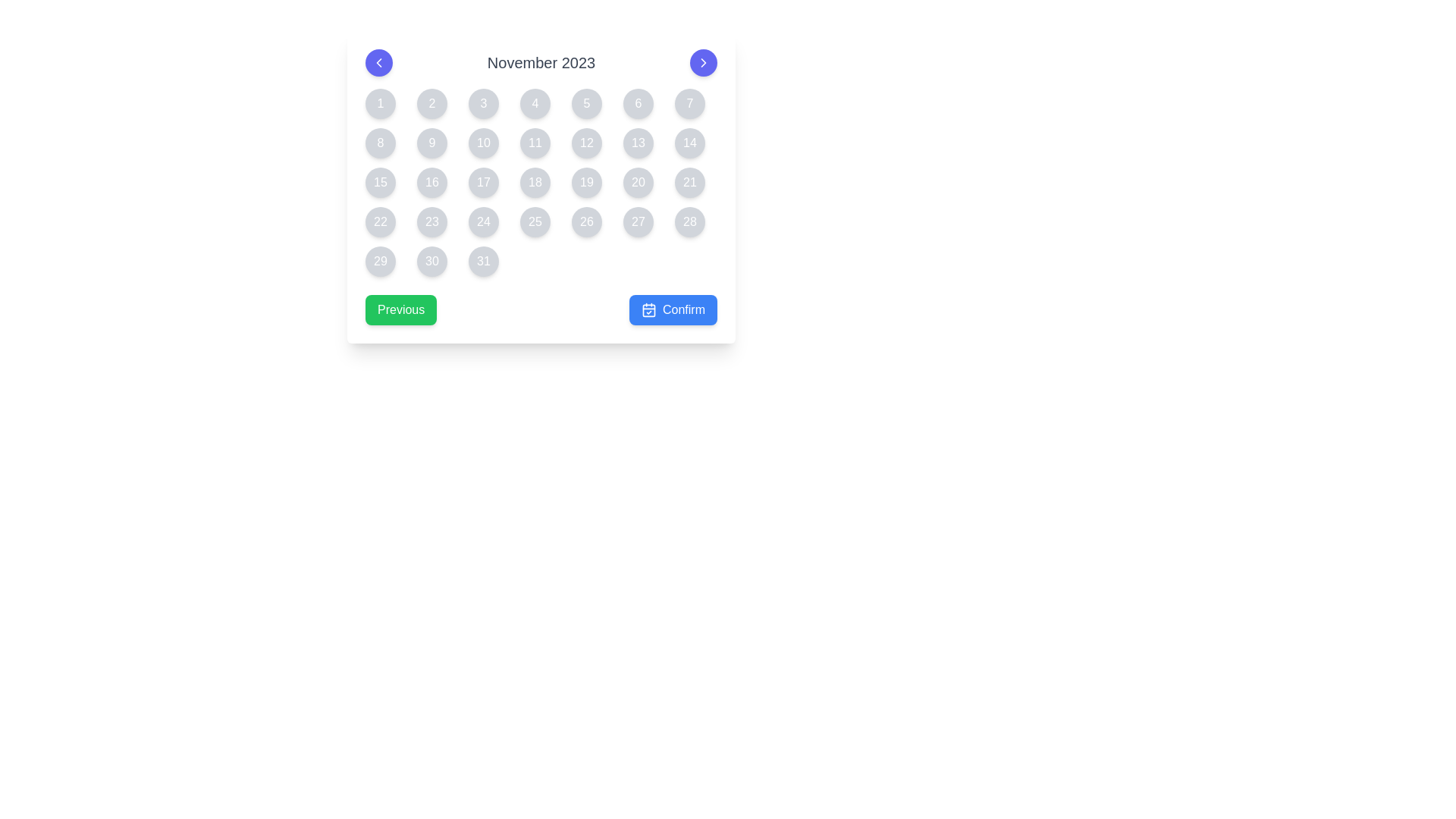 The width and height of the screenshot is (1456, 819). What do you see at coordinates (648, 309) in the screenshot?
I see `the confirm button icon located in the bottom-right of the calendar interface, adjacent to the 'Confirm' text` at bounding box center [648, 309].